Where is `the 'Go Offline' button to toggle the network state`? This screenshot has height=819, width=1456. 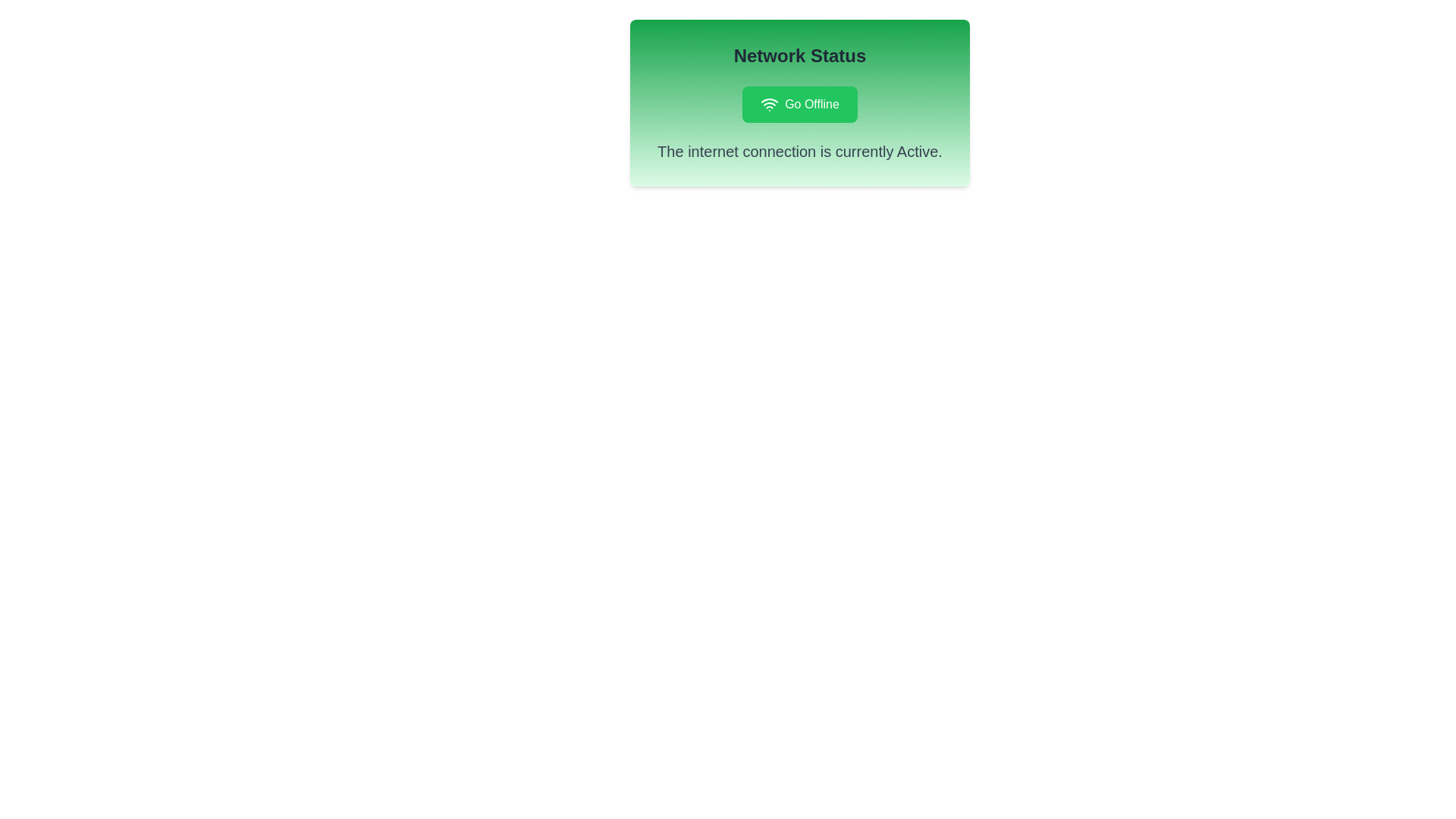
the 'Go Offline' button to toggle the network state is located at coordinates (799, 104).